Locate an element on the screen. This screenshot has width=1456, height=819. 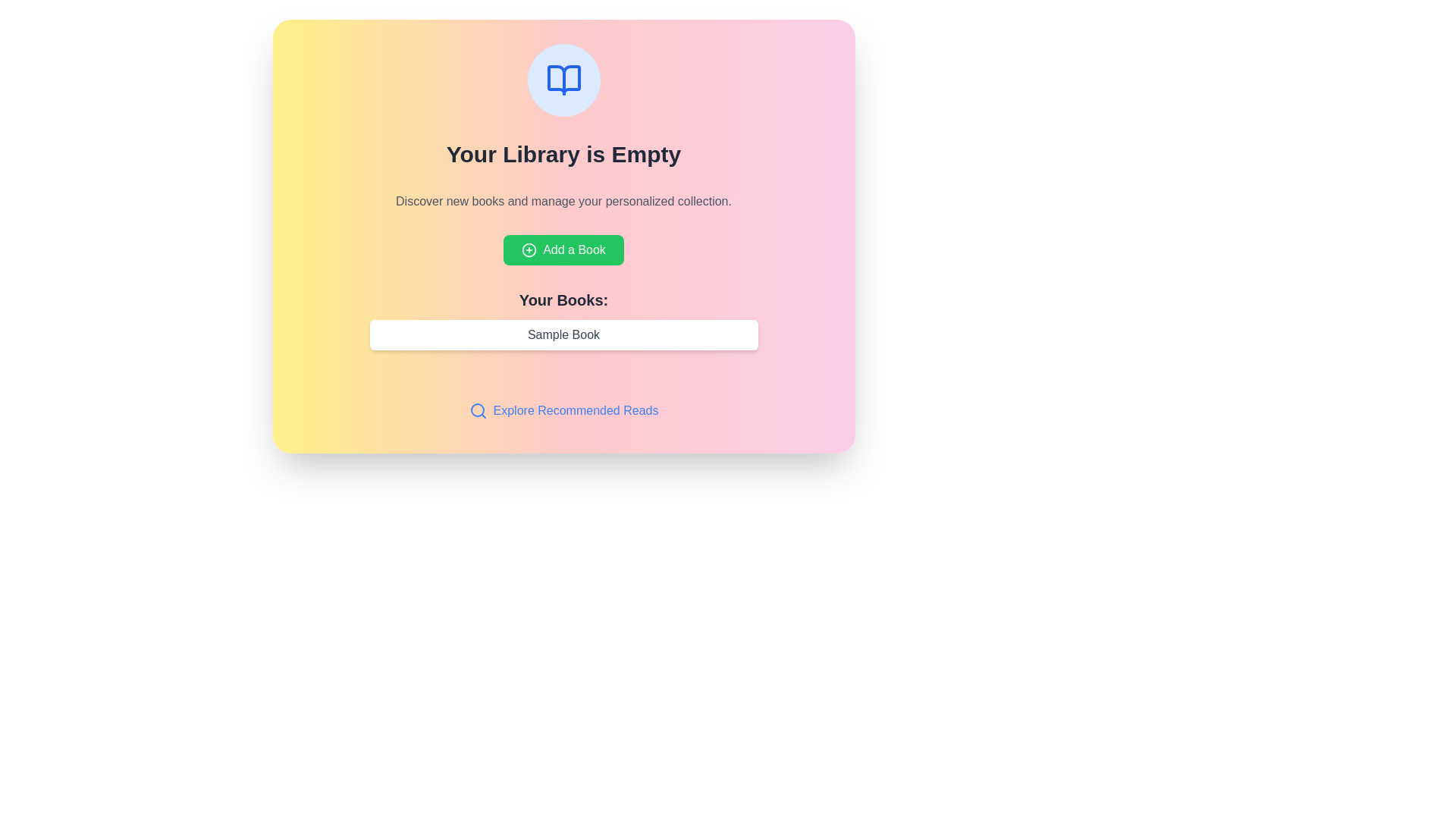
the decorative library icon located above the text 'Your Library is Empty' is located at coordinates (563, 80).